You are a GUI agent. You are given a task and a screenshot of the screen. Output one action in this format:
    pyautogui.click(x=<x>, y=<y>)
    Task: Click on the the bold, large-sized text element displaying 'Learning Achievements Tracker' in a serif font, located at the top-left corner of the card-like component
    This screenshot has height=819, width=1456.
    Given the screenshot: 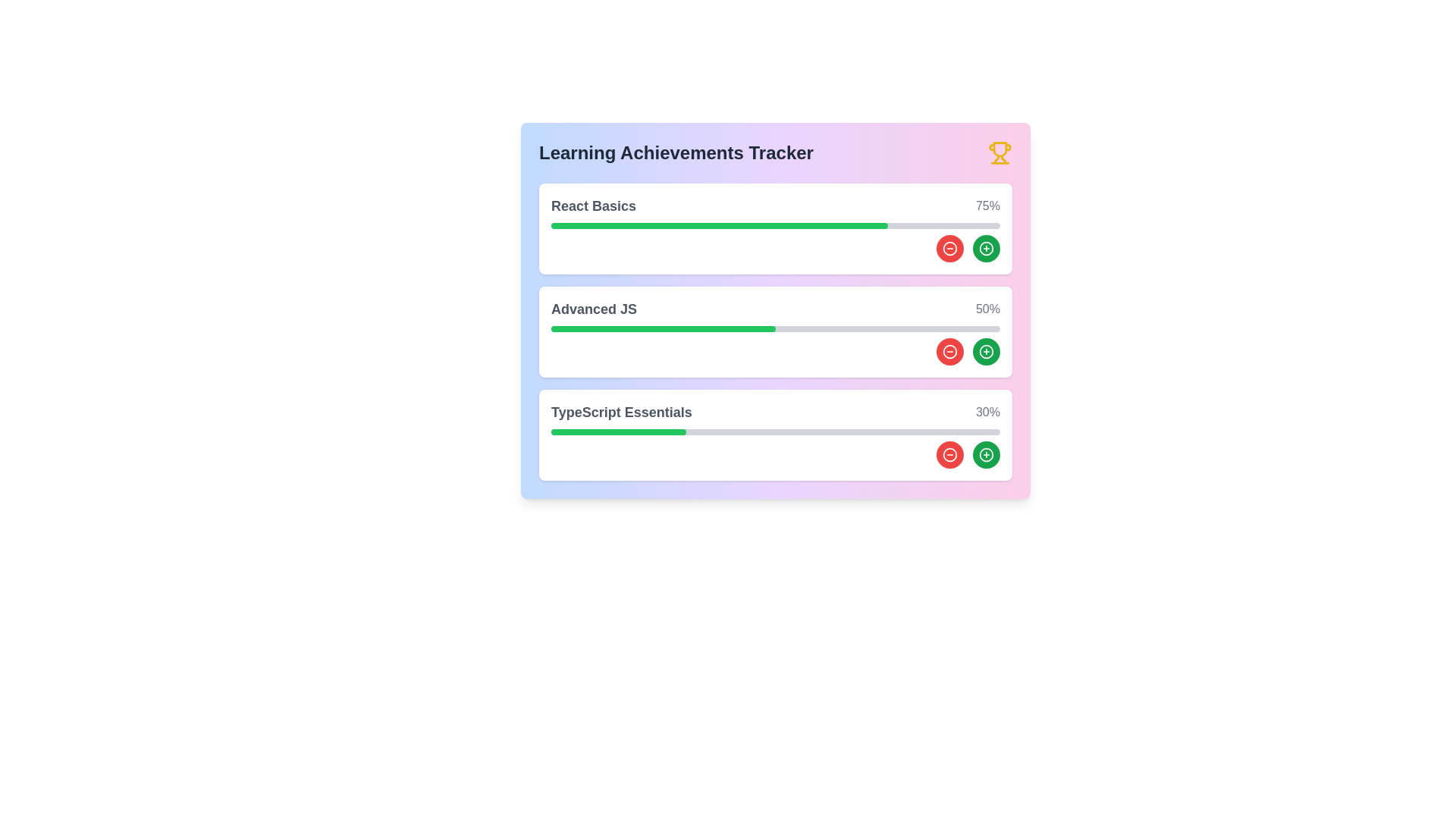 What is the action you would take?
    pyautogui.click(x=676, y=152)
    